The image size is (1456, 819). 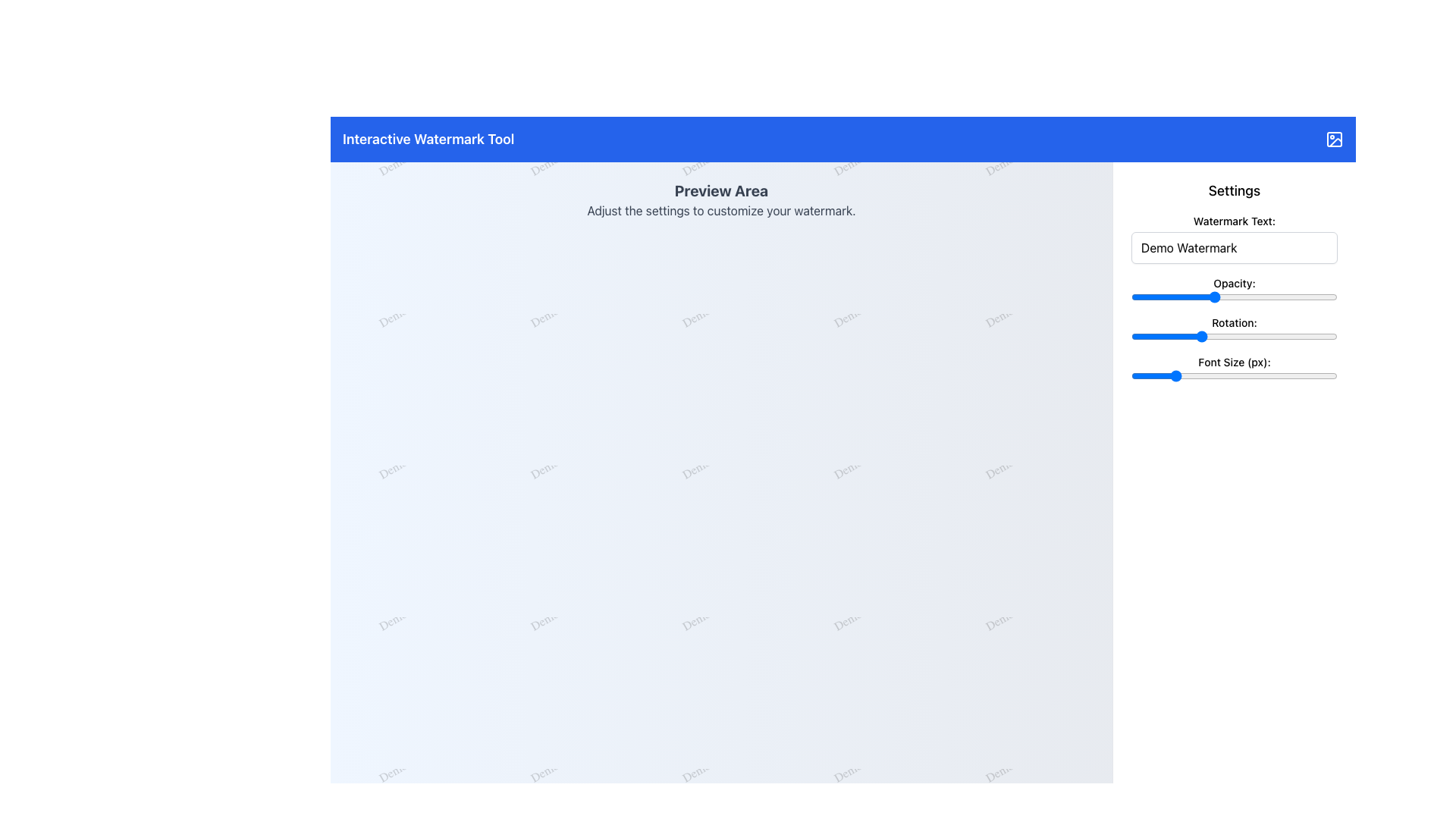 What do you see at coordinates (1235, 335) in the screenshot?
I see `rotation` at bounding box center [1235, 335].